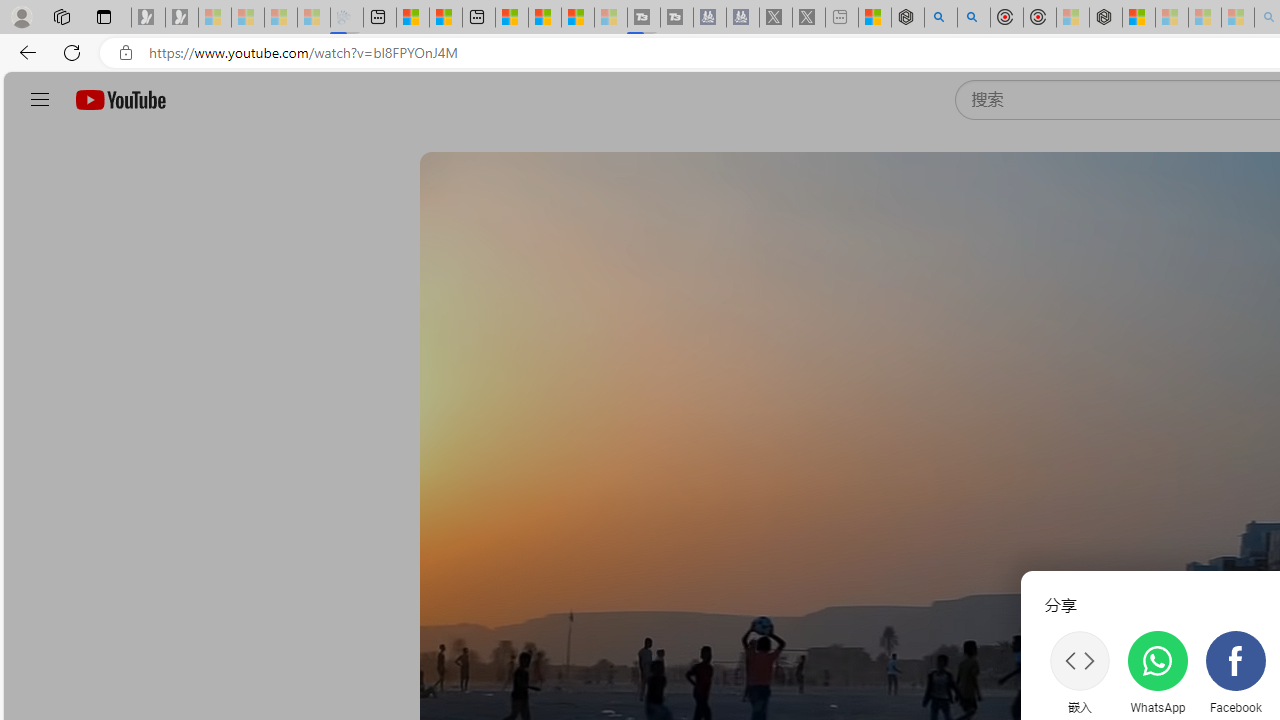 The height and width of the screenshot is (720, 1280). I want to click on 'WhatsApp', so click(1157, 672).